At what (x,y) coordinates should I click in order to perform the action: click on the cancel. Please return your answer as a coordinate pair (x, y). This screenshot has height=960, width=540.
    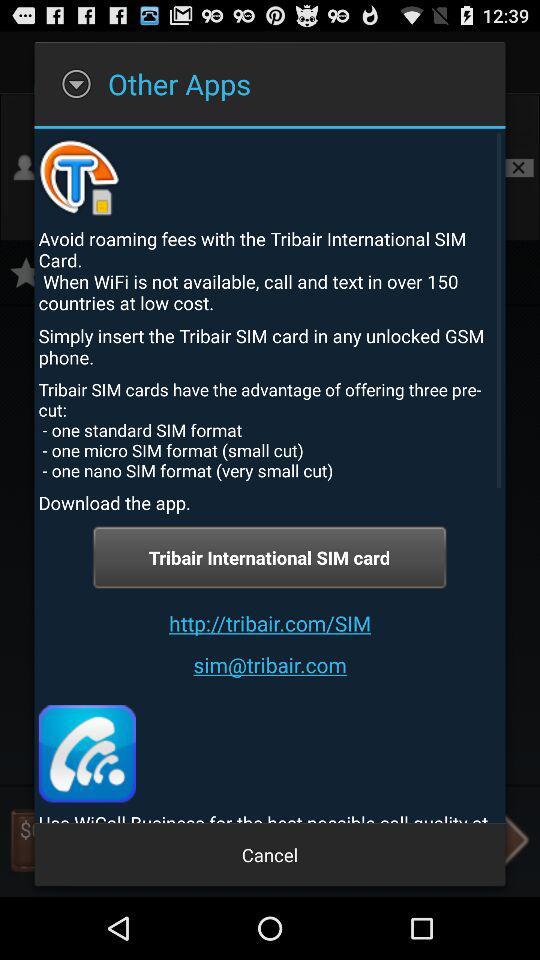
    Looking at the image, I should click on (270, 853).